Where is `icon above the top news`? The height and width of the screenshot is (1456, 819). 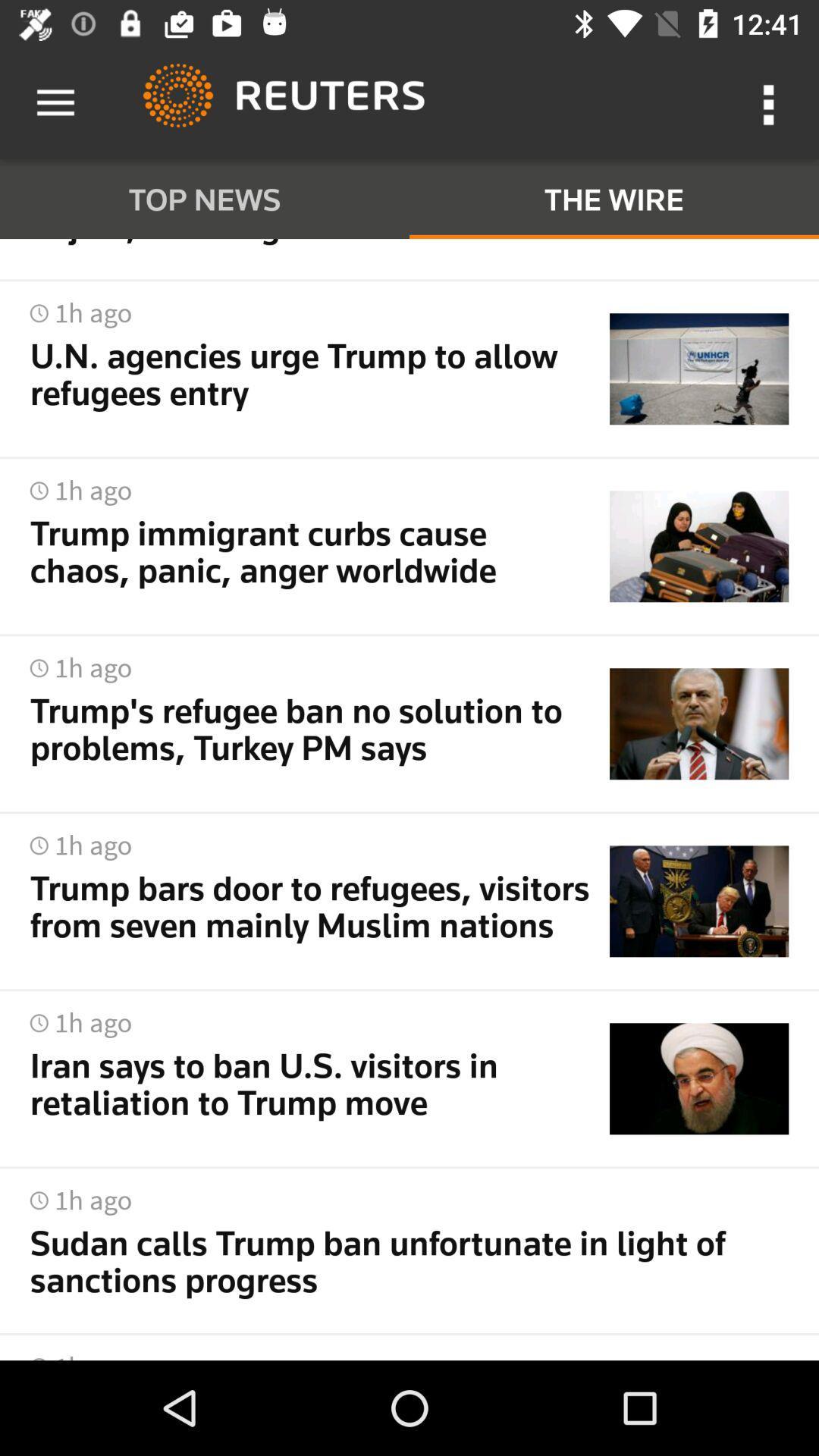
icon above the top news is located at coordinates (55, 102).